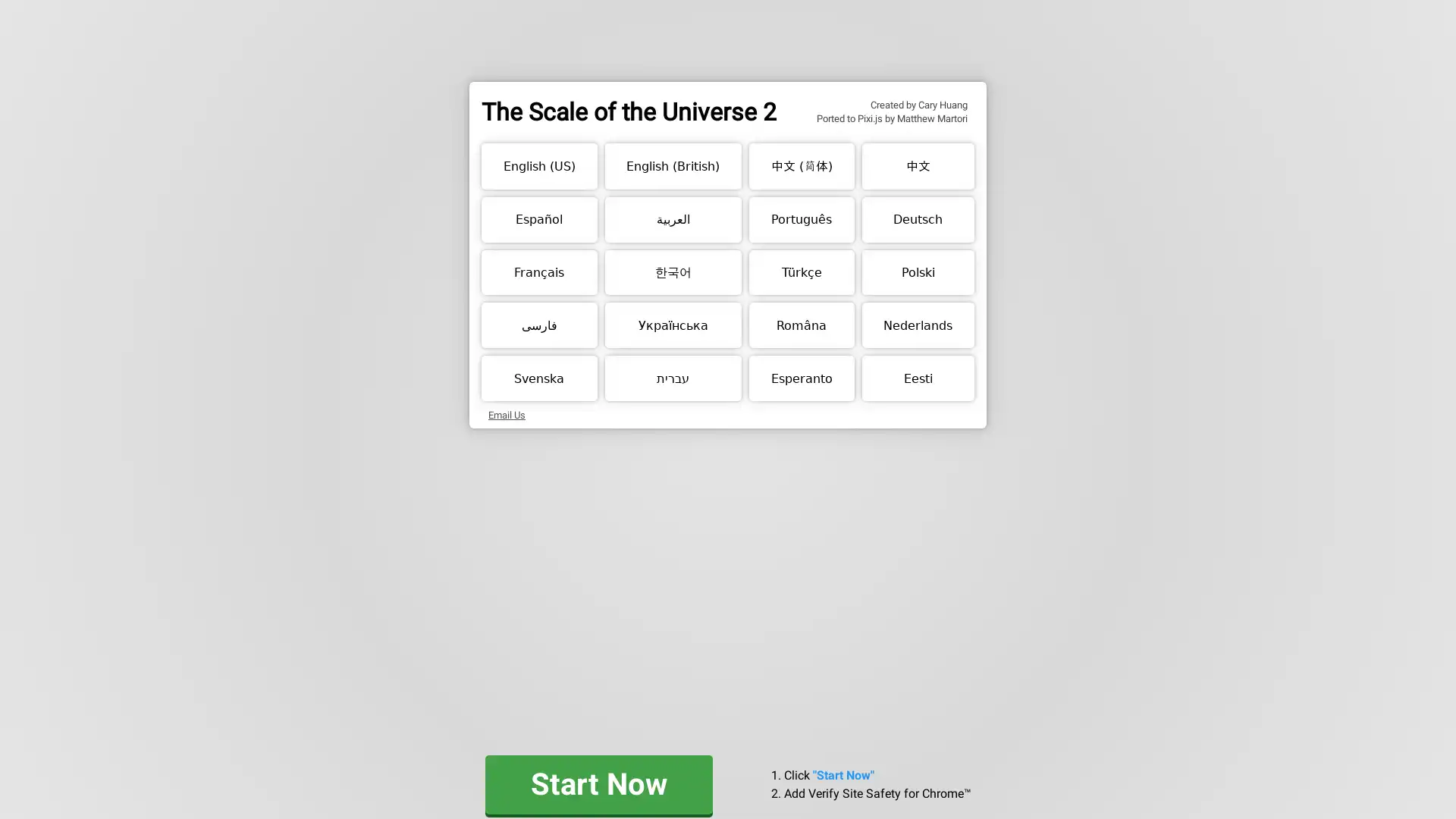 This screenshot has height=819, width=1456. I want to click on Eesti, so click(917, 377).